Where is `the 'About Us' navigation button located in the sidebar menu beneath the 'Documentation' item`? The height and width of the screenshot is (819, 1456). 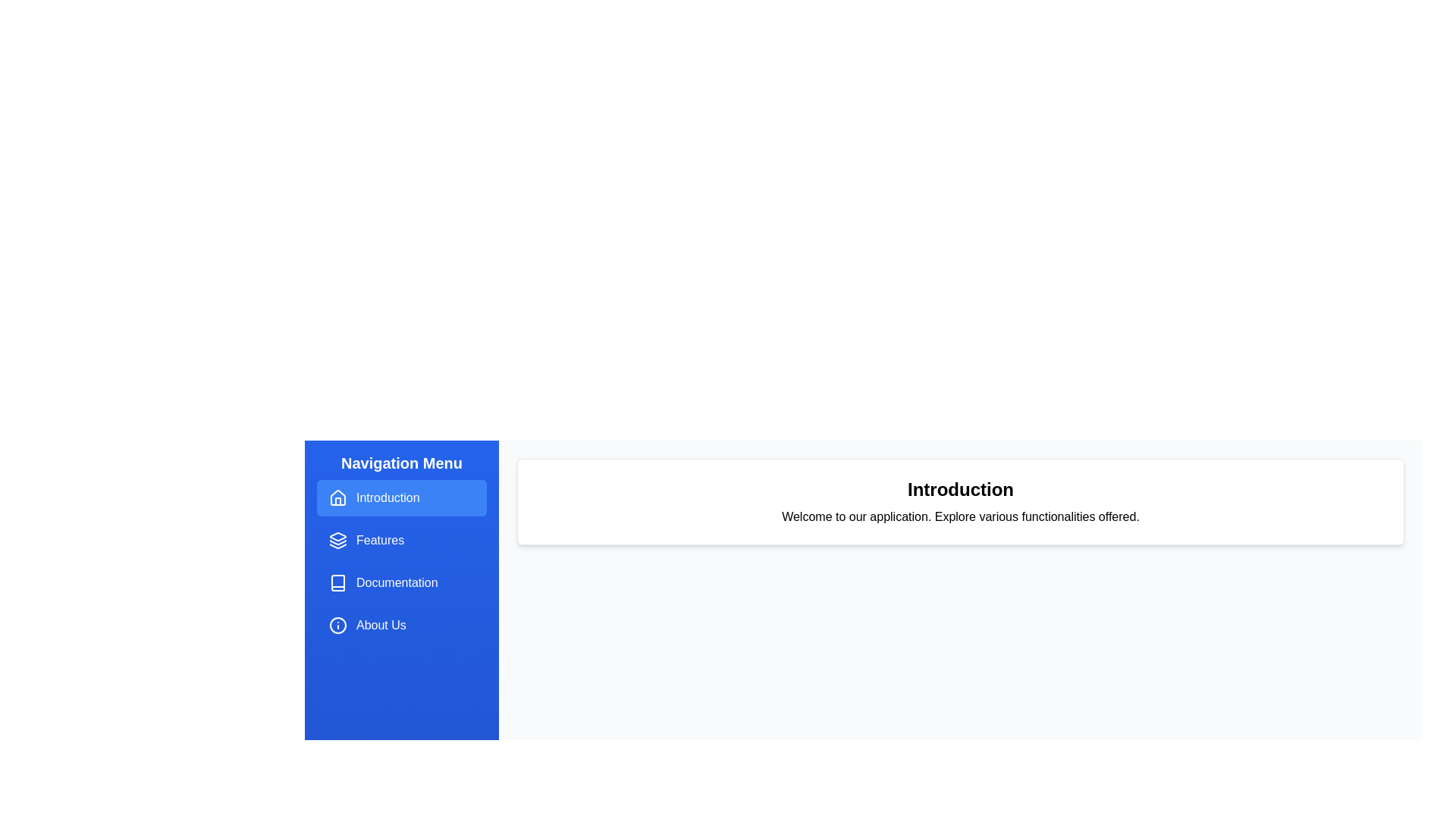 the 'About Us' navigation button located in the sidebar menu beneath the 'Documentation' item is located at coordinates (401, 626).